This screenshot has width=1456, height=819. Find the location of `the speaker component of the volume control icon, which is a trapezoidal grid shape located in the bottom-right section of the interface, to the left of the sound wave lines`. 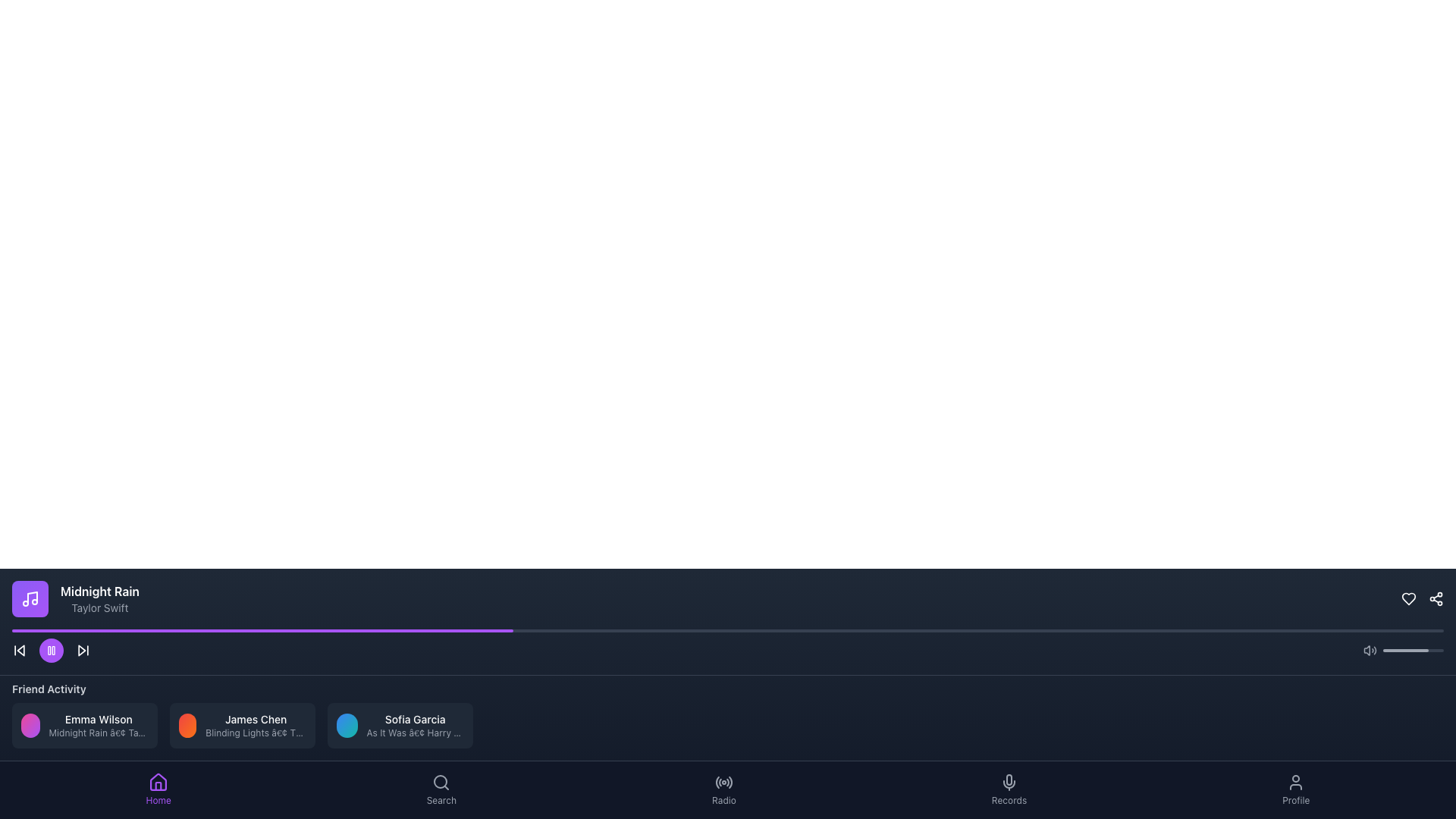

the speaker component of the volume control icon, which is a trapezoidal grid shape located in the bottom-right section of the interface, to the left of the sound wave lines is located at coordinates (1367, 649).